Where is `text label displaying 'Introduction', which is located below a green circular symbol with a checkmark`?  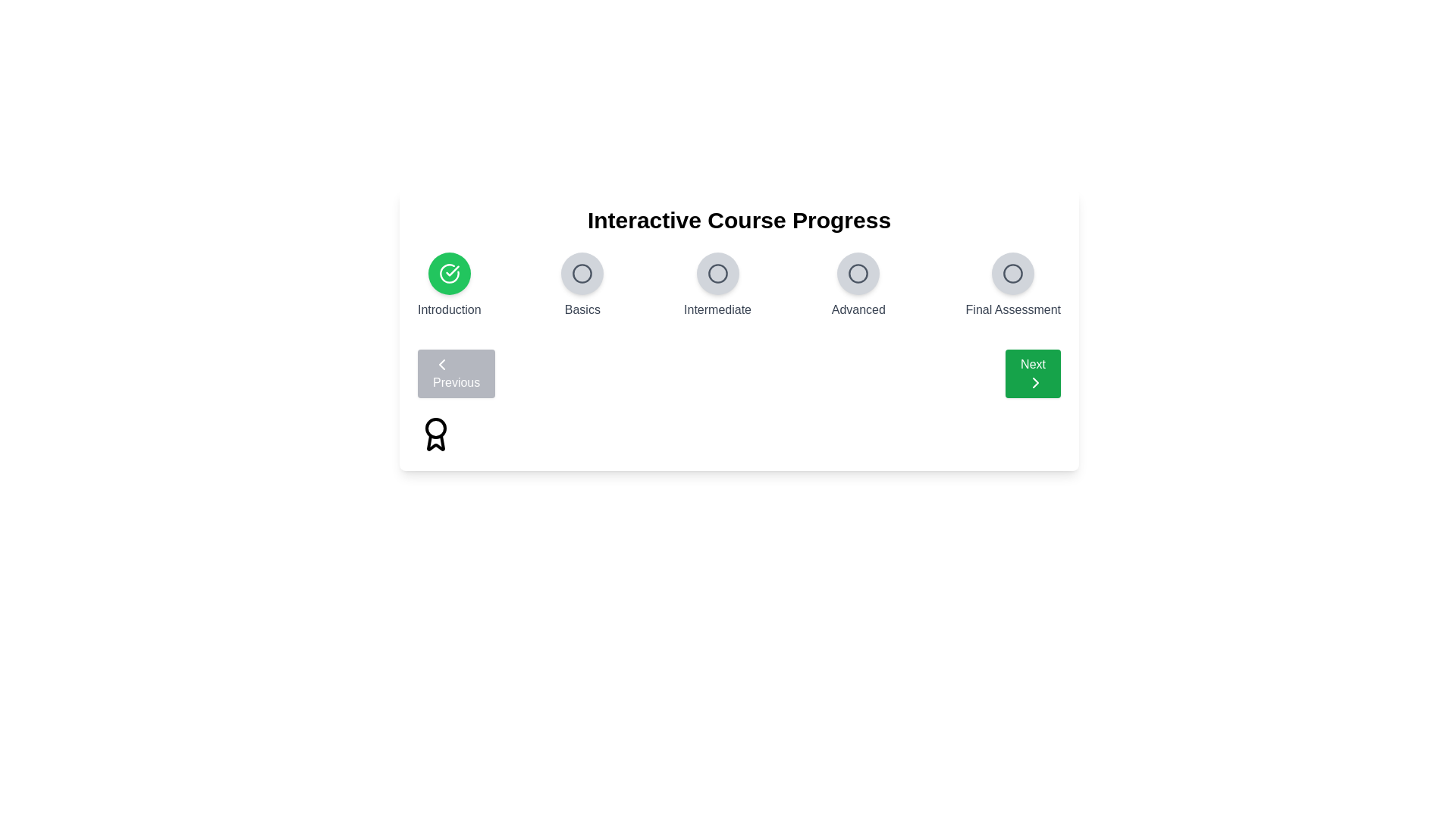
text label displaying 'Introduction', which is located below a green circular symbol with a checkmark is located at coordinates (448, 309).